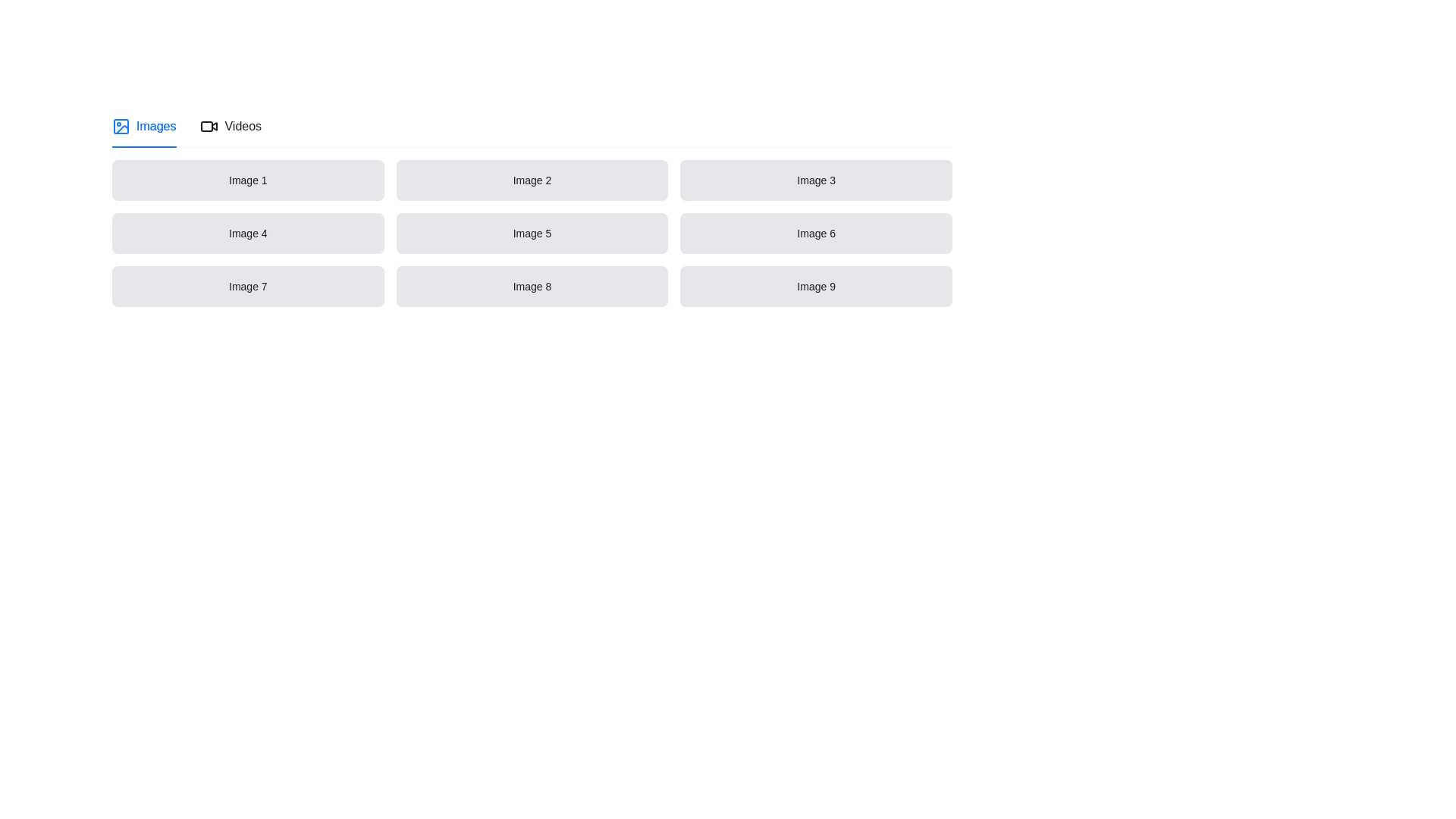 This screenshot has height=819, width=1456. What do you see at coordinates (230, 125) in the screenshot?
I see `the 'Videos' tab button, which is the second tab in the navigation bar` at bounding box center [230, 125].